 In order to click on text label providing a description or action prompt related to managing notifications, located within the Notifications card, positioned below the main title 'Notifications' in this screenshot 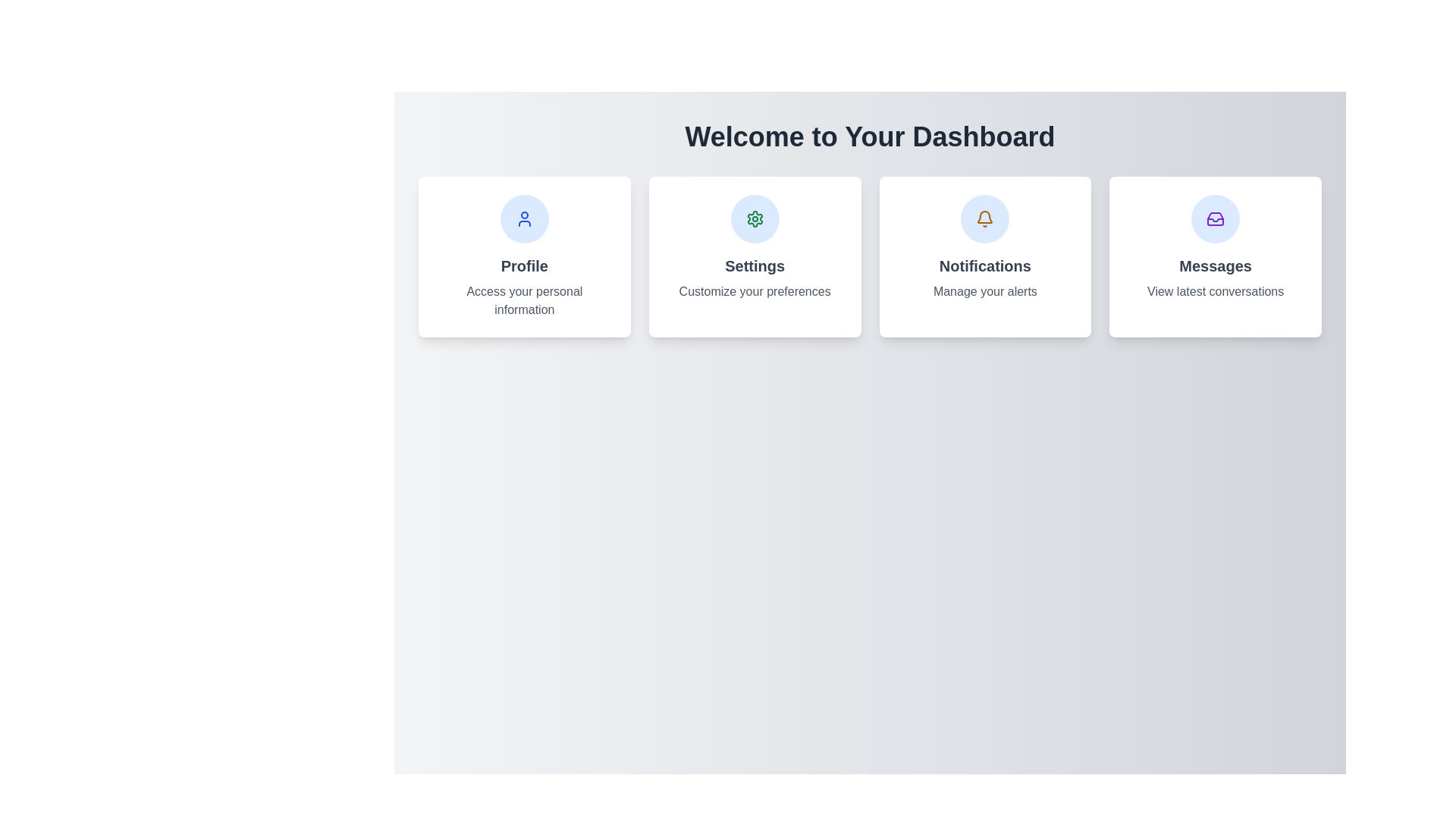, I will do `click(985, 292)`.